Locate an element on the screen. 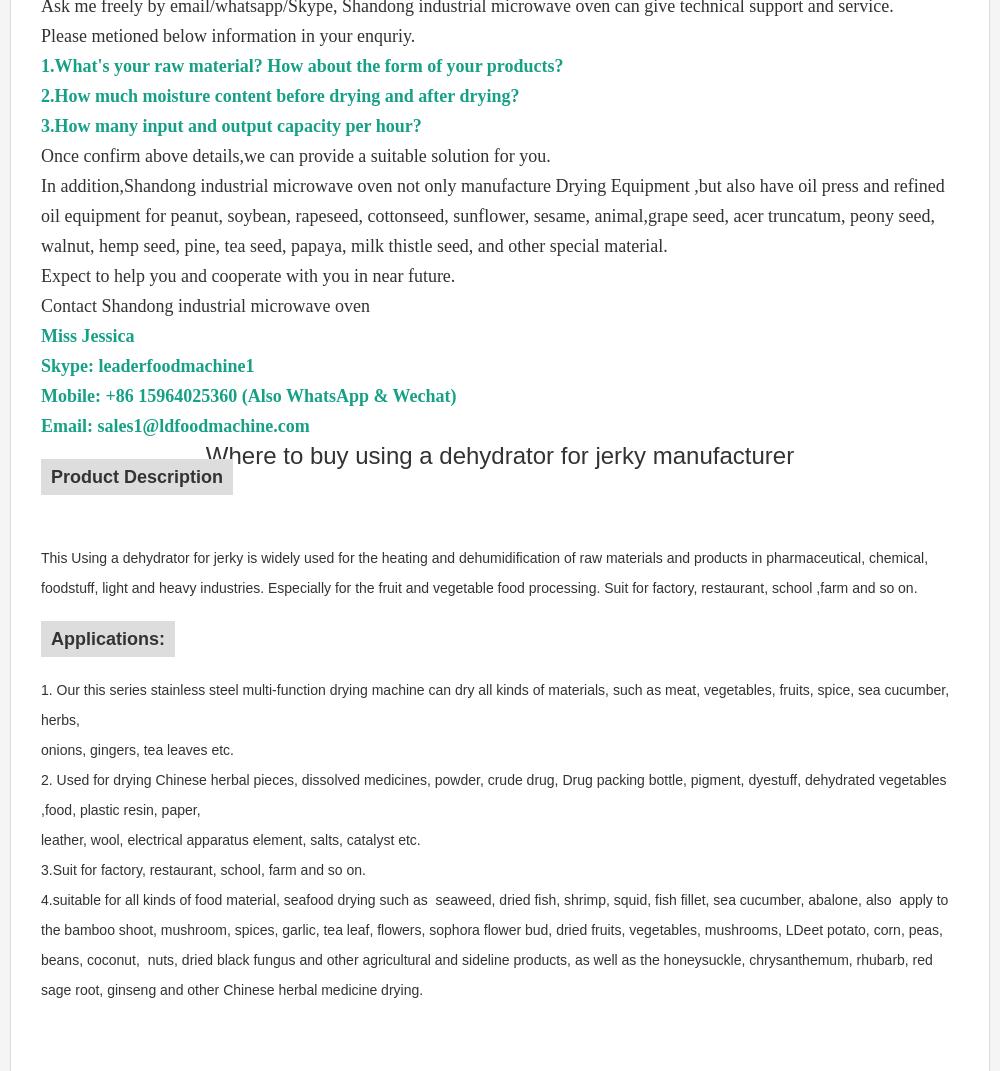  'Once confirm above details,we can provide a suitable solution for you.' is located at coordinates (295, 155).